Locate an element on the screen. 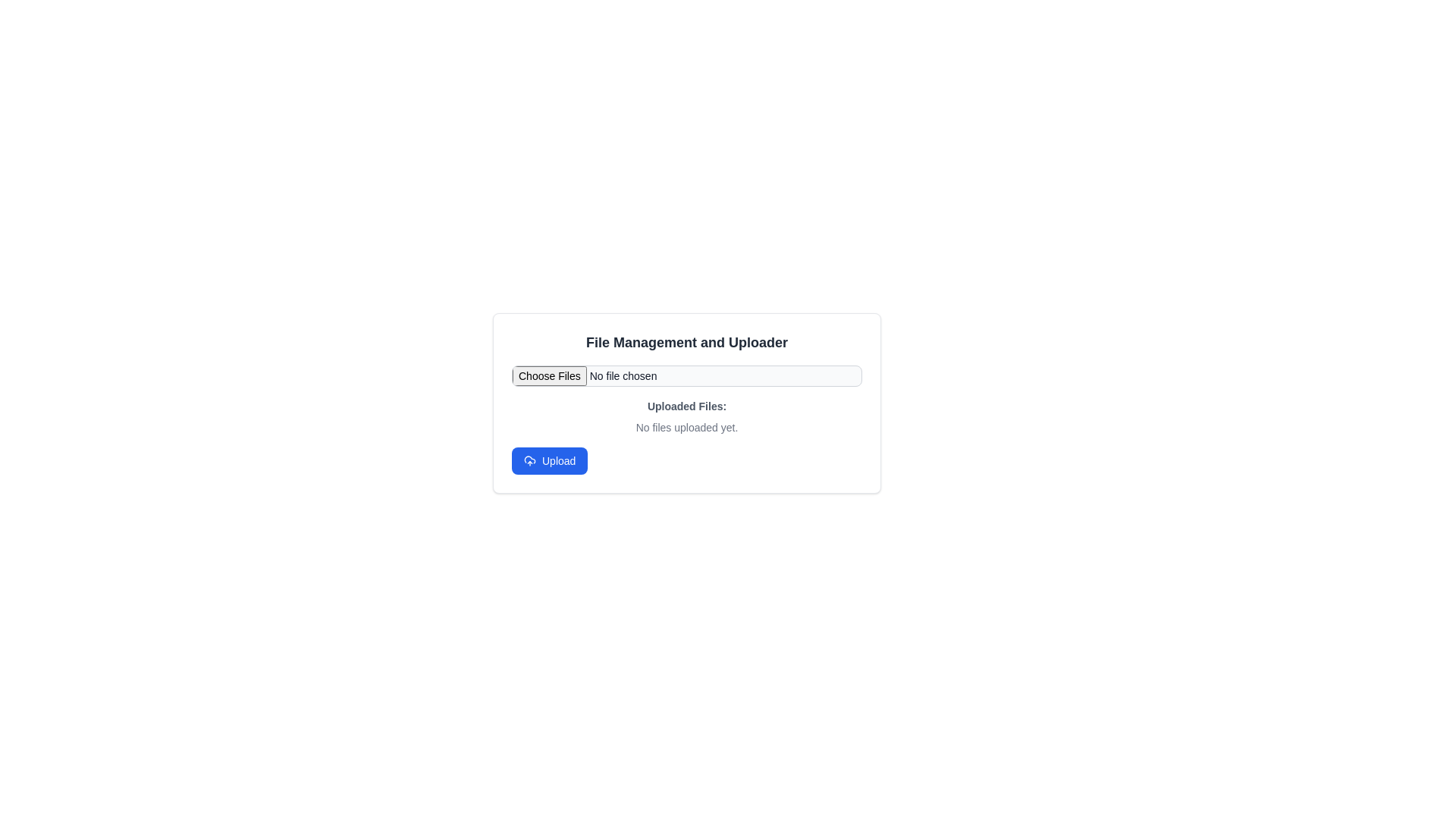  the 'Upload' button with a blue background and white text is located at coordinates (549, 460).